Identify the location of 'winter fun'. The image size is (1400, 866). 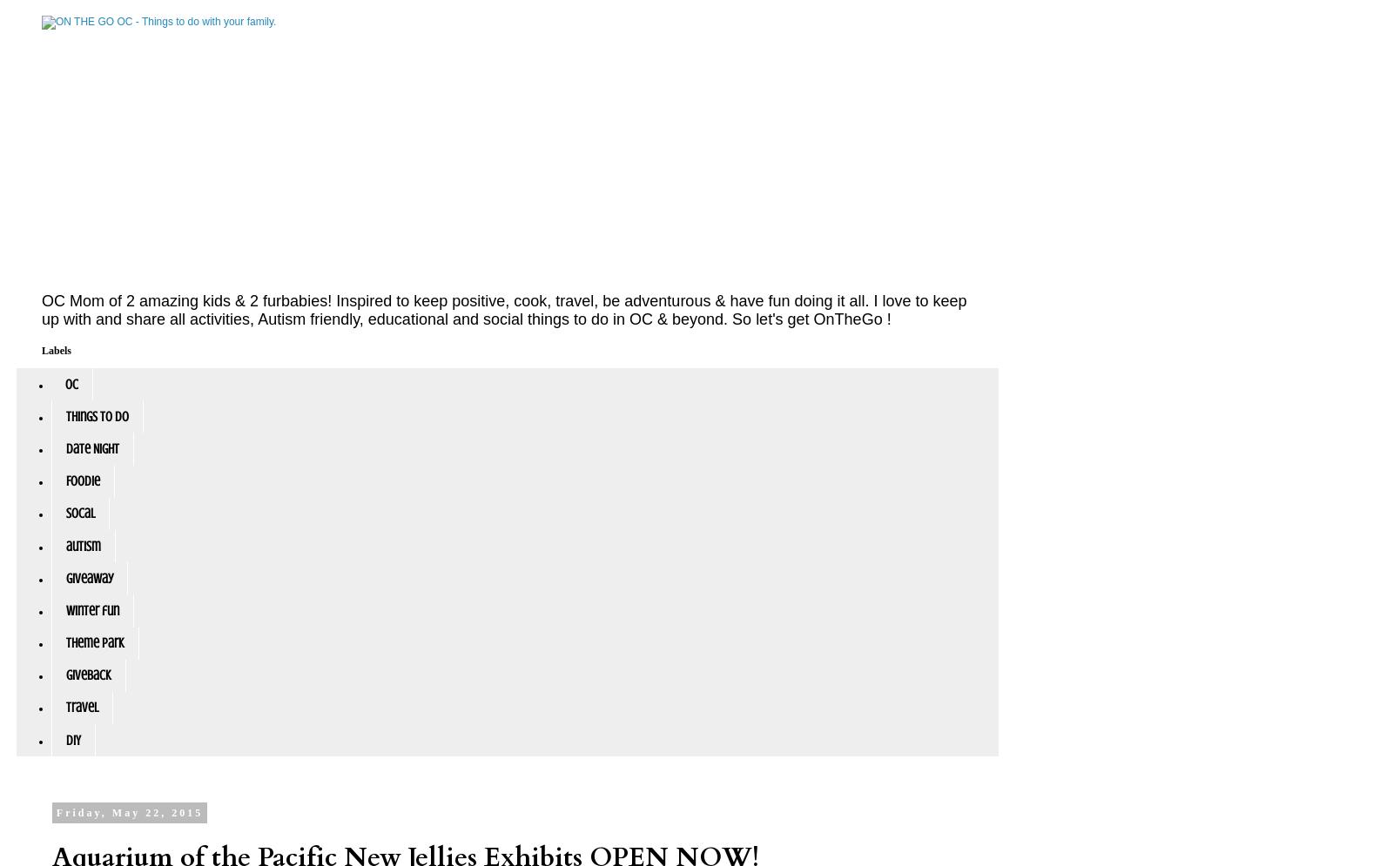
(66, 609).